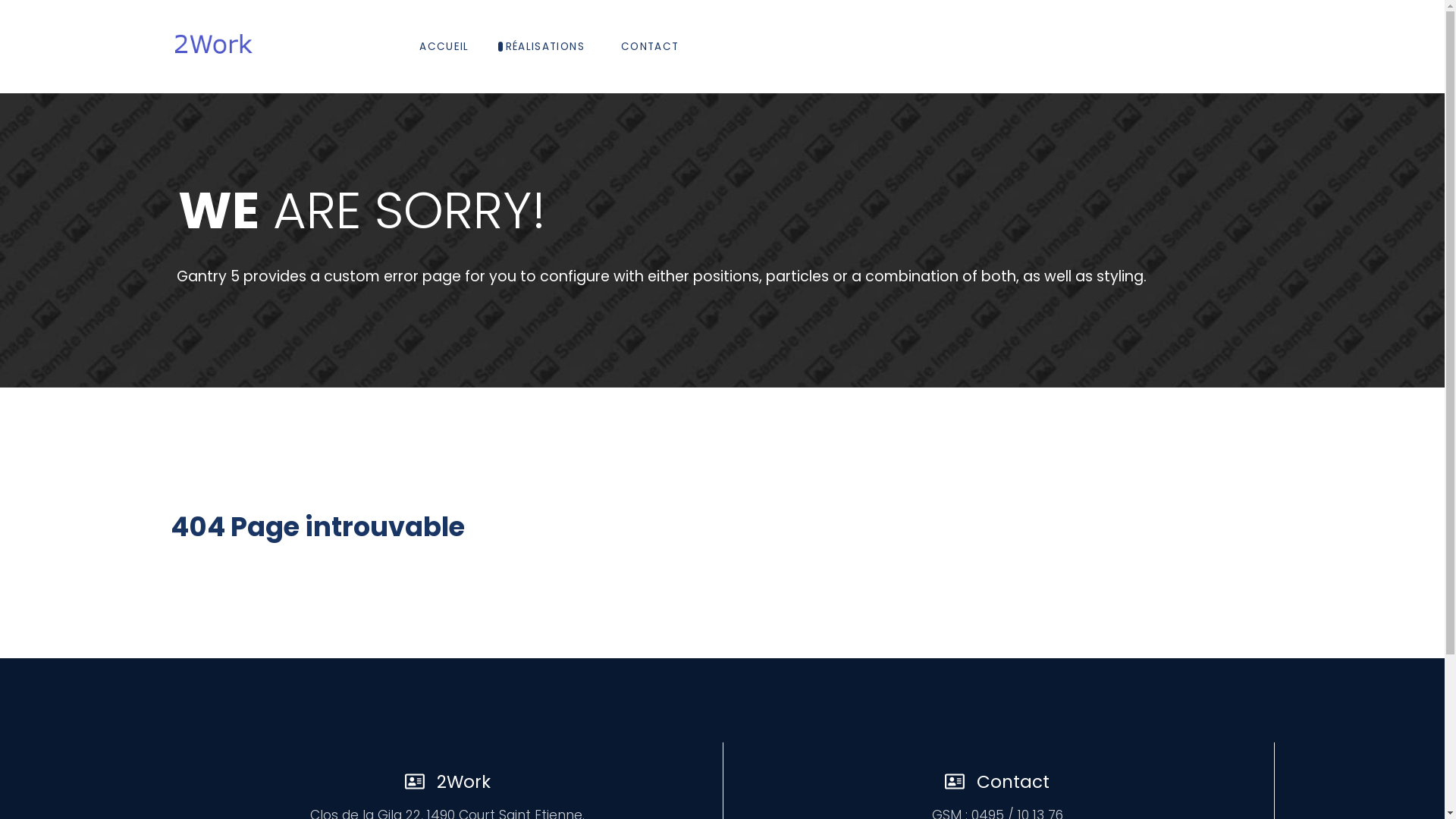  Describe the element at coordinates (210, 45) in the screenshot. I see `'2Work'` at that location.